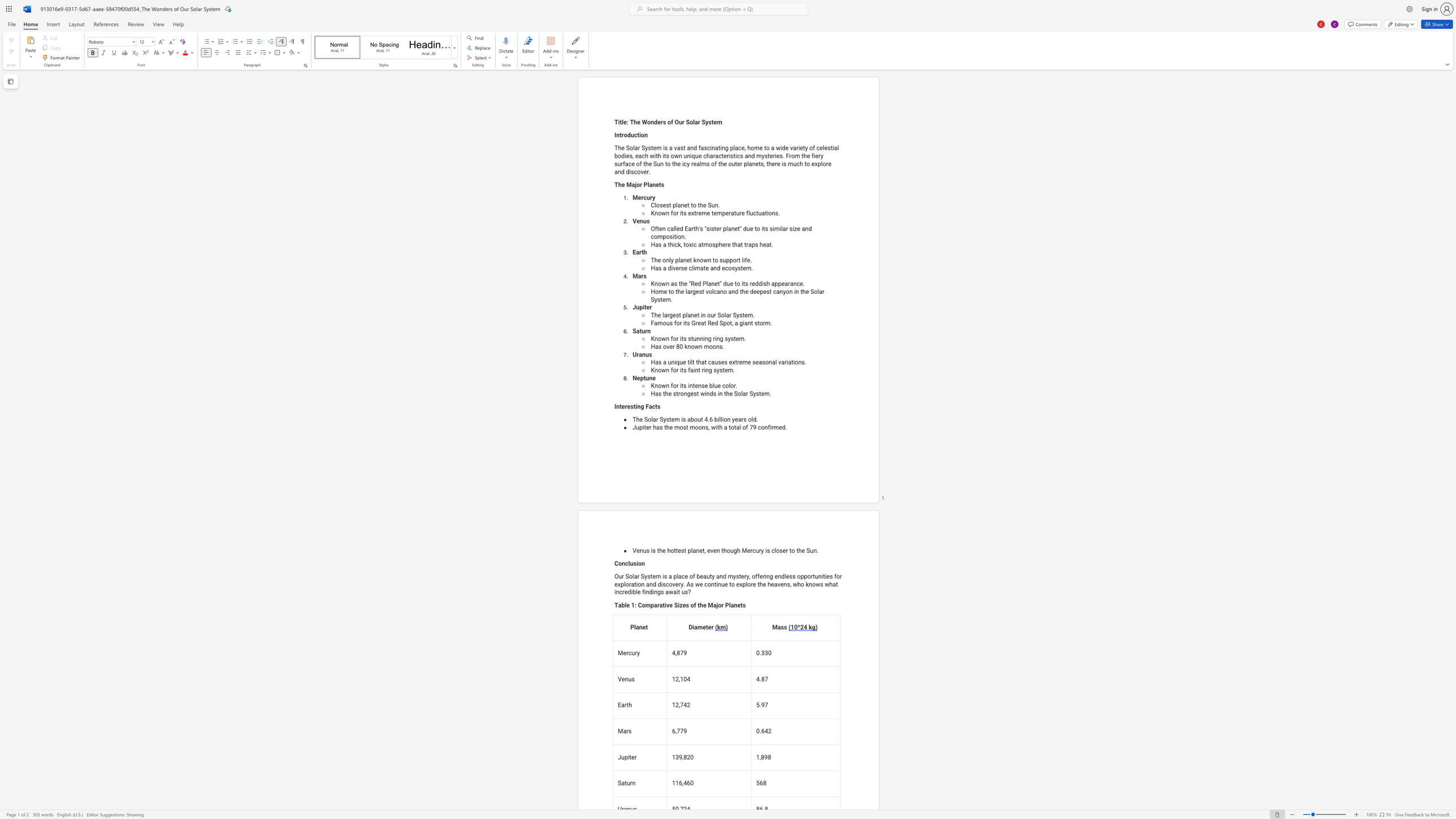 The width and height of the screenshot is (1456, 819). I want to click on the subset text "lusi" within the text "Conclusion", so click(628, 563).